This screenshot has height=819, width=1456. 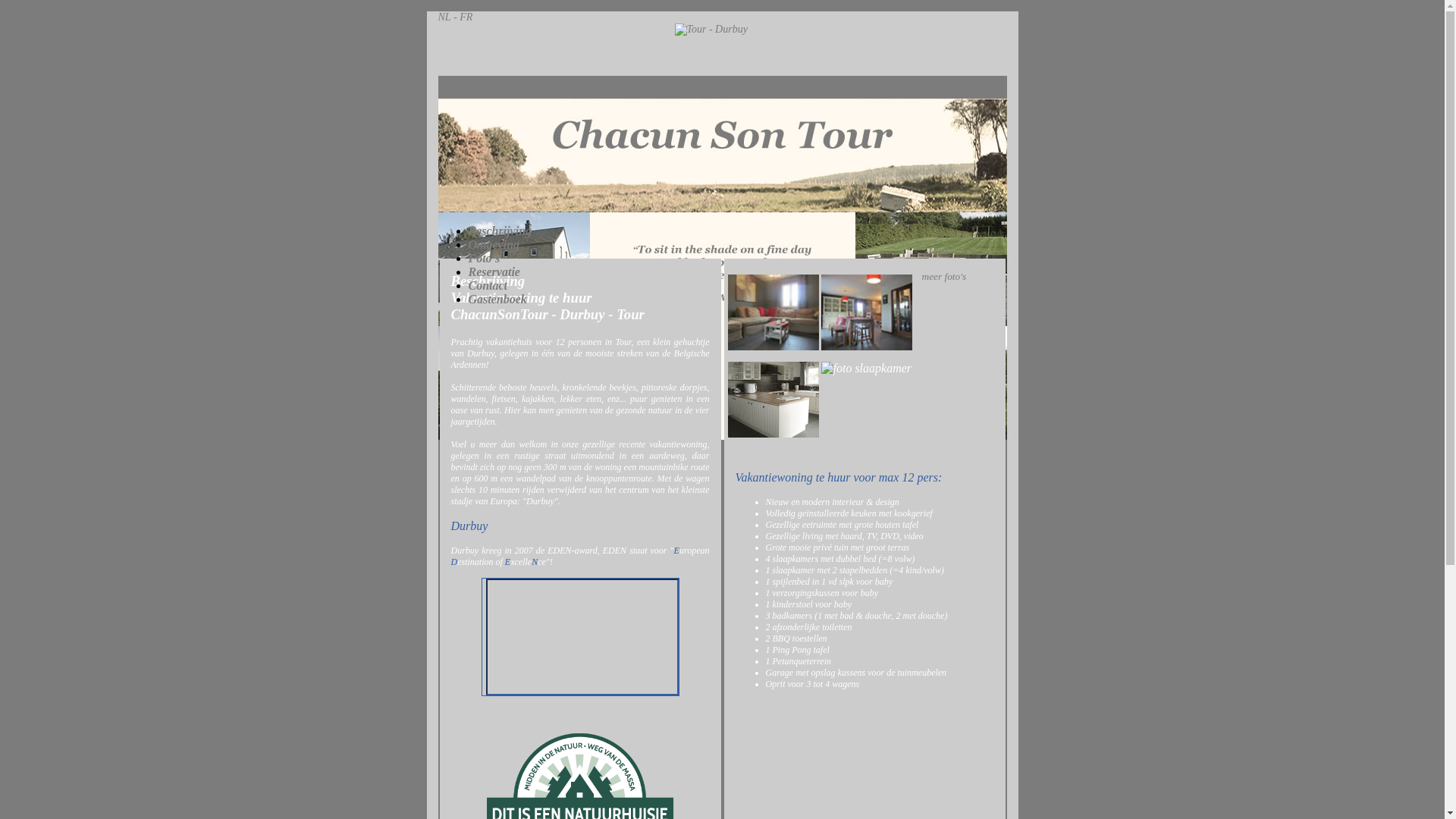 What do you see at coordinates (500, 231) in the screenshot?
I see `'Beschrijving'` at bounding box center [500, 231].